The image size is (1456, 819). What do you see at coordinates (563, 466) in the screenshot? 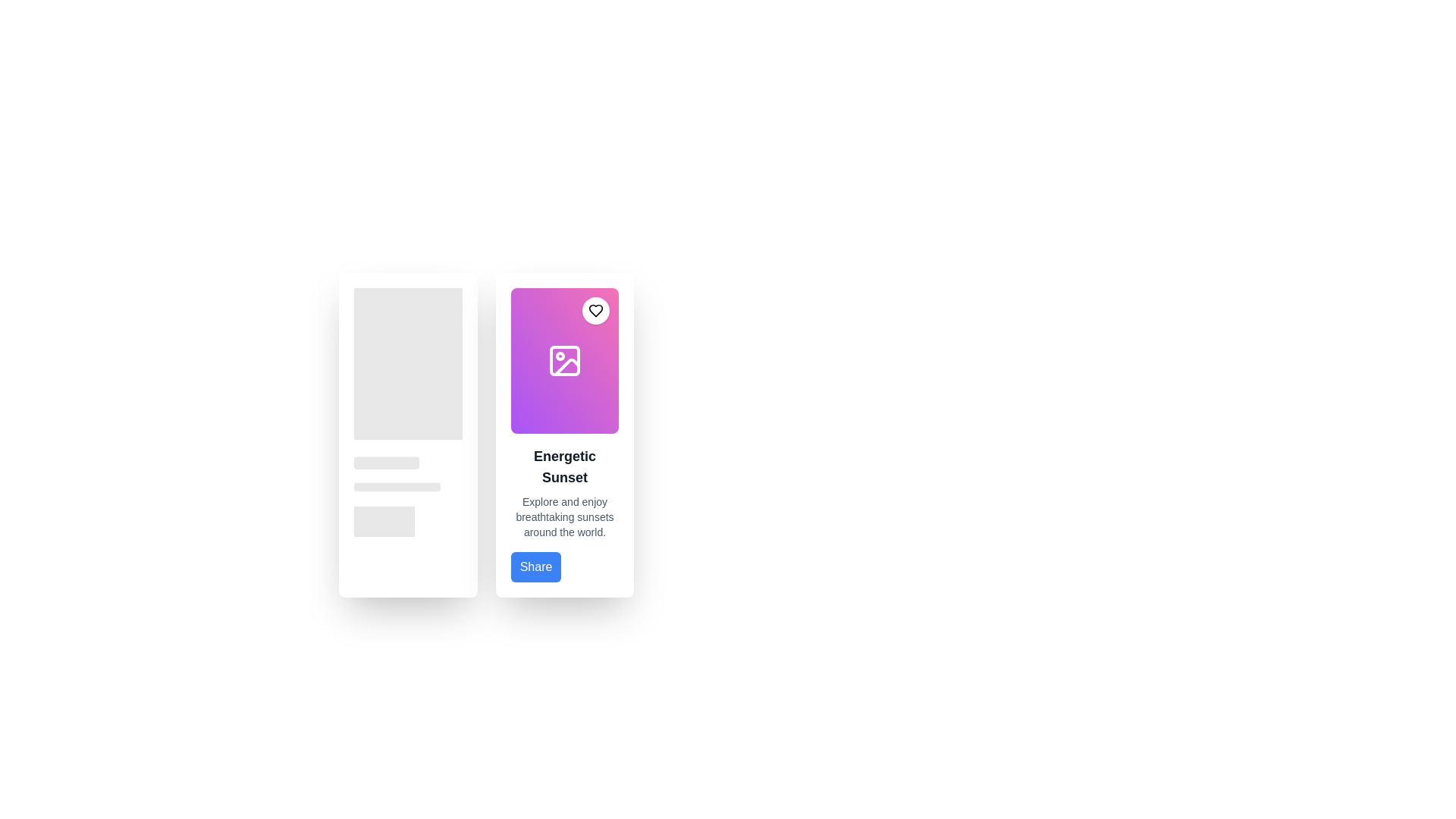
I see `title text 'Energetic Sunset' located at the upper middle section of the vertical card layout, directly below a purple gradient background` at bounding box center [563, 466].